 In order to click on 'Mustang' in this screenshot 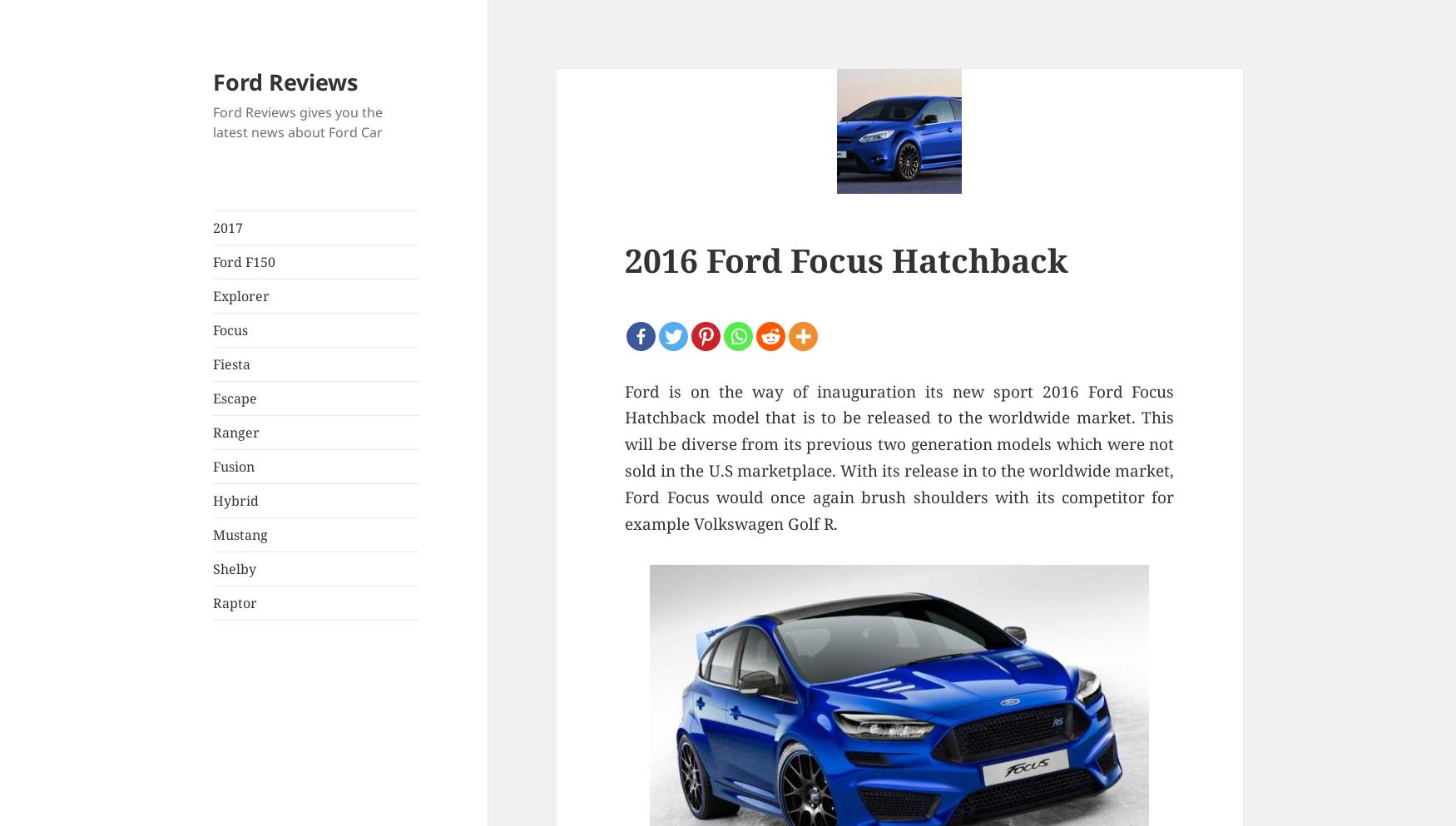, I will do `click(239, 533)`.